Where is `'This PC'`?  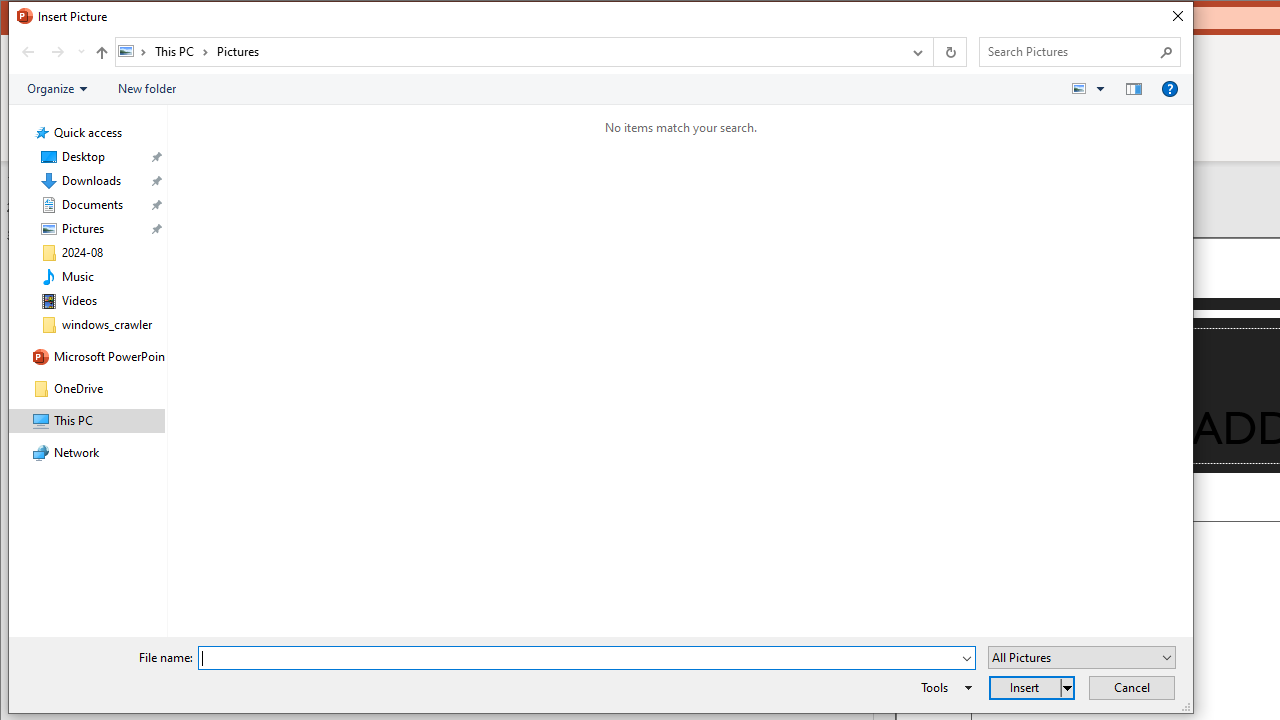
'This PC' is located at coordinates (181, 50).